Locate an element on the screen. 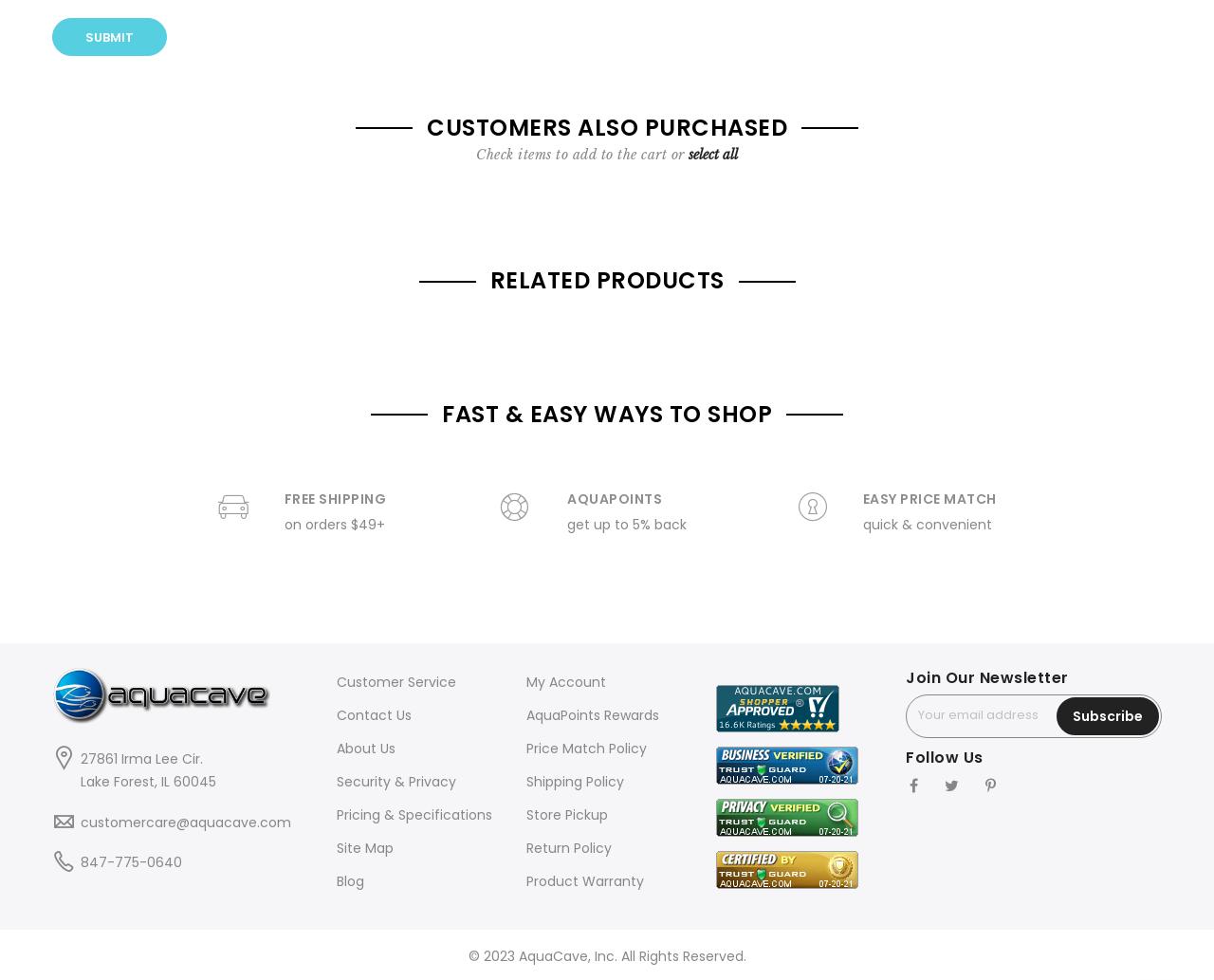 Image resolution: width=1214 pixels, height=980 pixels. '847-775-0640' is located at coordinates (130, 861).